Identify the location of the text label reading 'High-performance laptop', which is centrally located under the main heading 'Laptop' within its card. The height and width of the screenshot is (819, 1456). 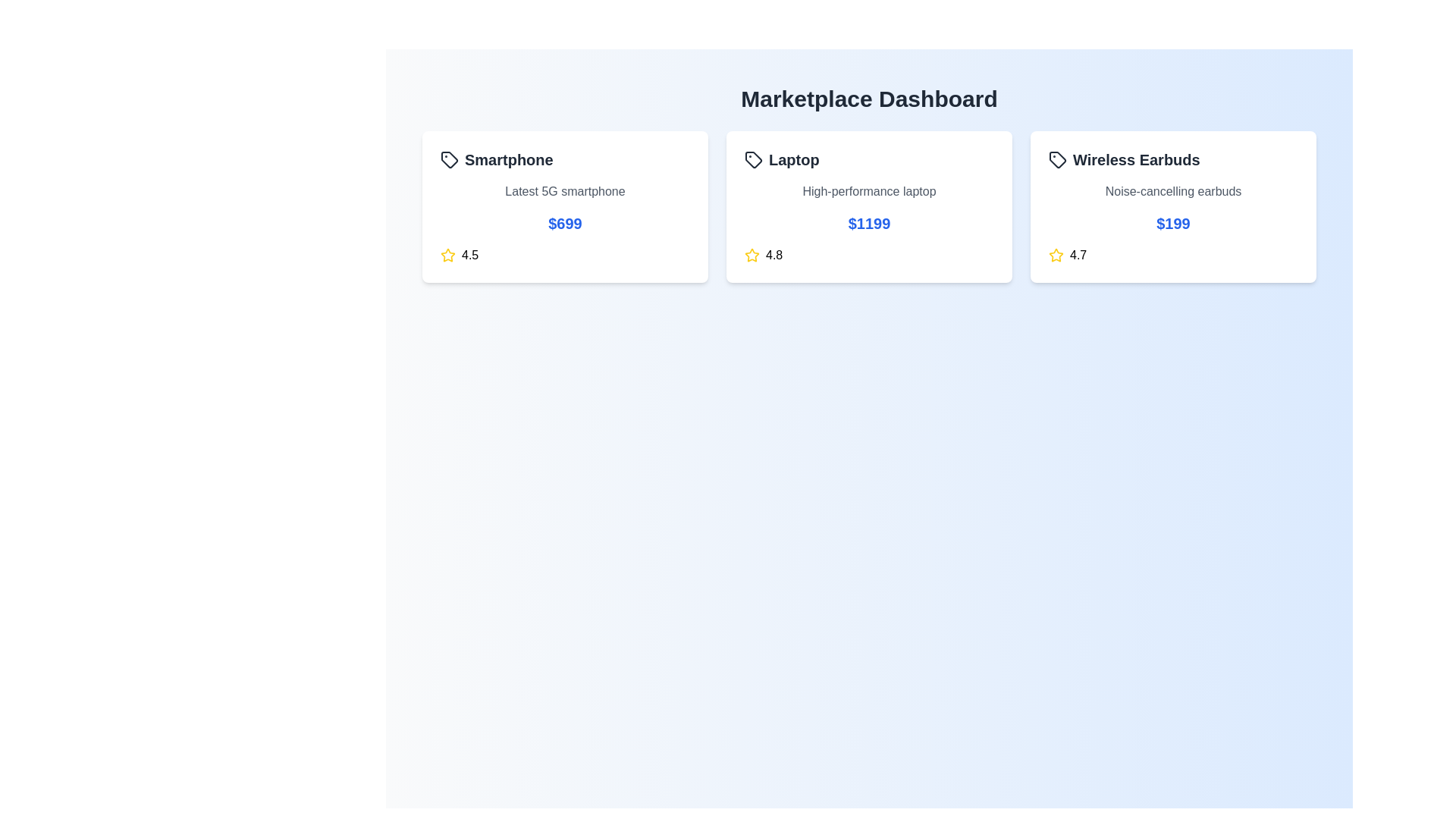
(869, 191).